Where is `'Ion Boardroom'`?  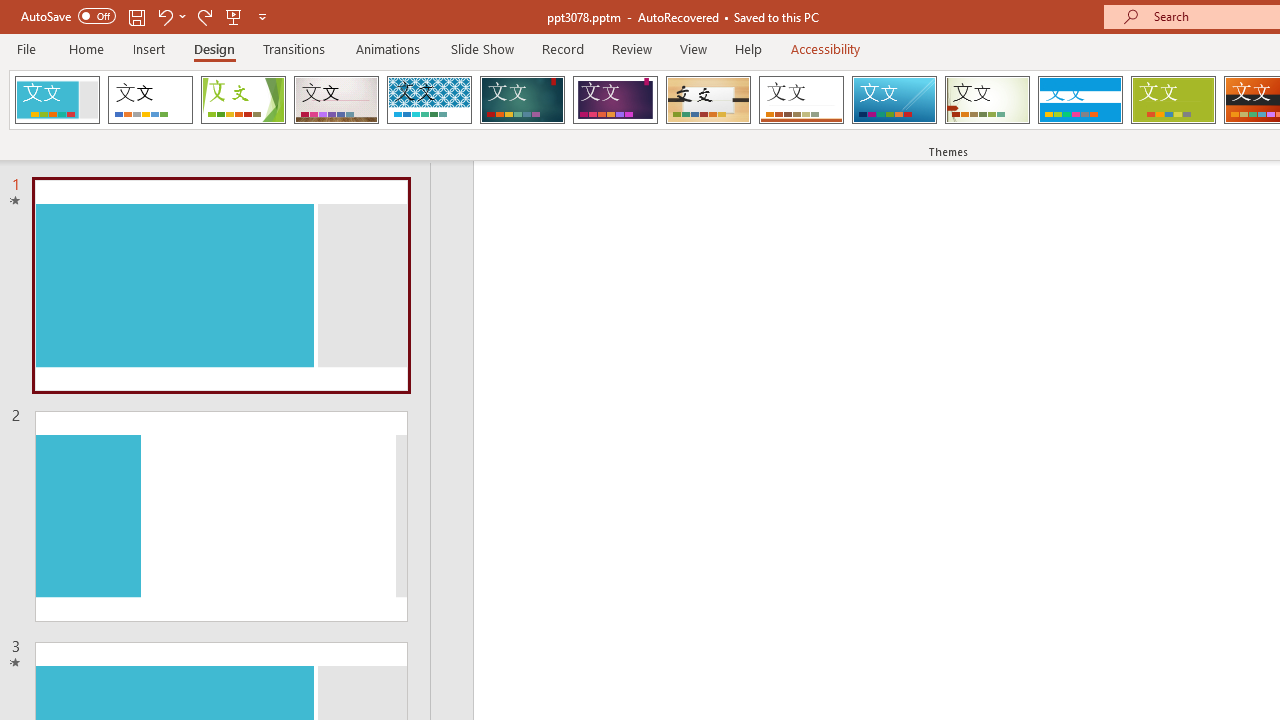
'Ion Boardroom' is located at coordinates (614, 100).